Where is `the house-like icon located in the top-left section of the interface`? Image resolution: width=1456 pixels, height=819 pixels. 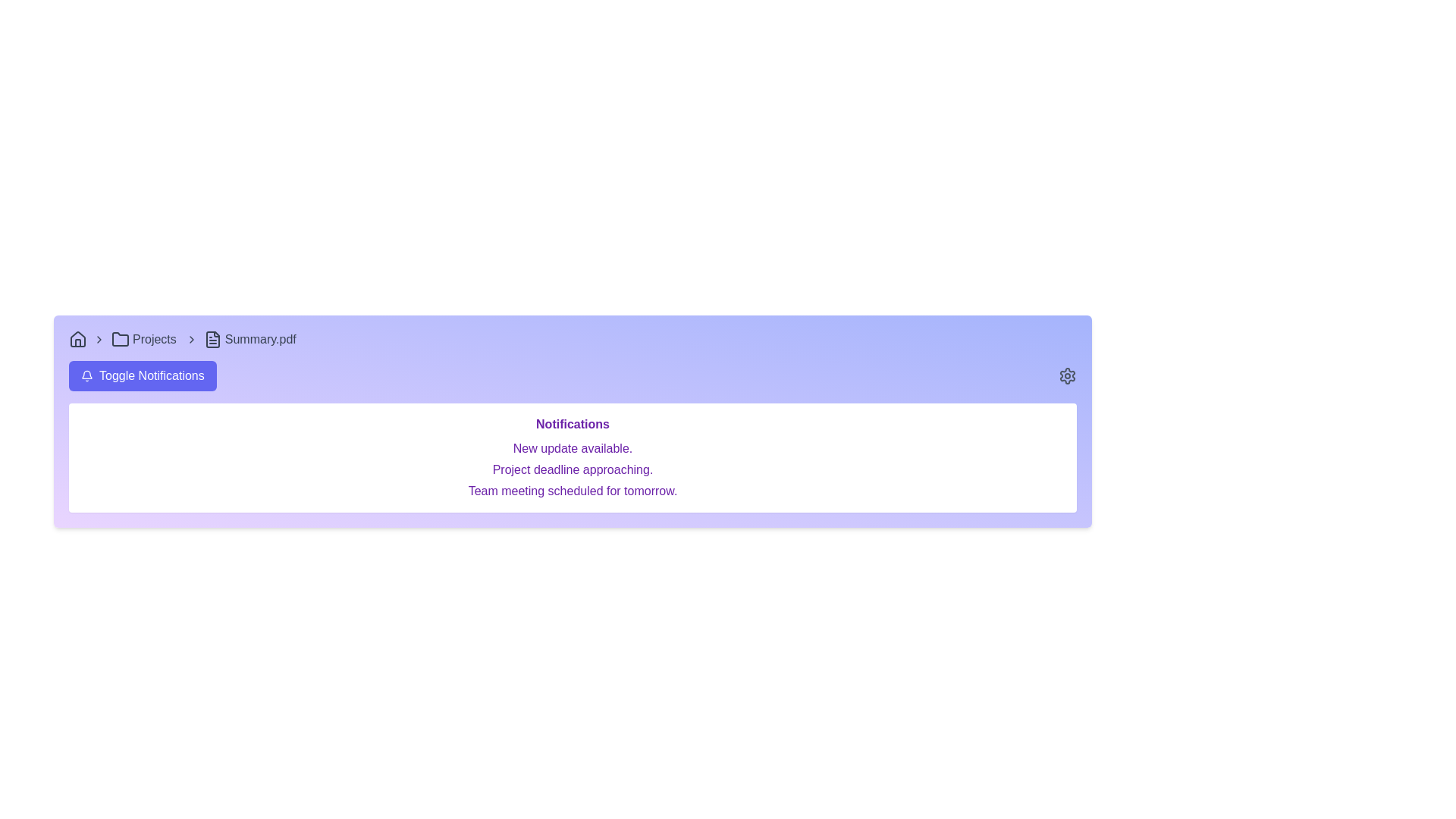 the house-like icon located in the top-left section of the interface is located at coordinates (77, 338).